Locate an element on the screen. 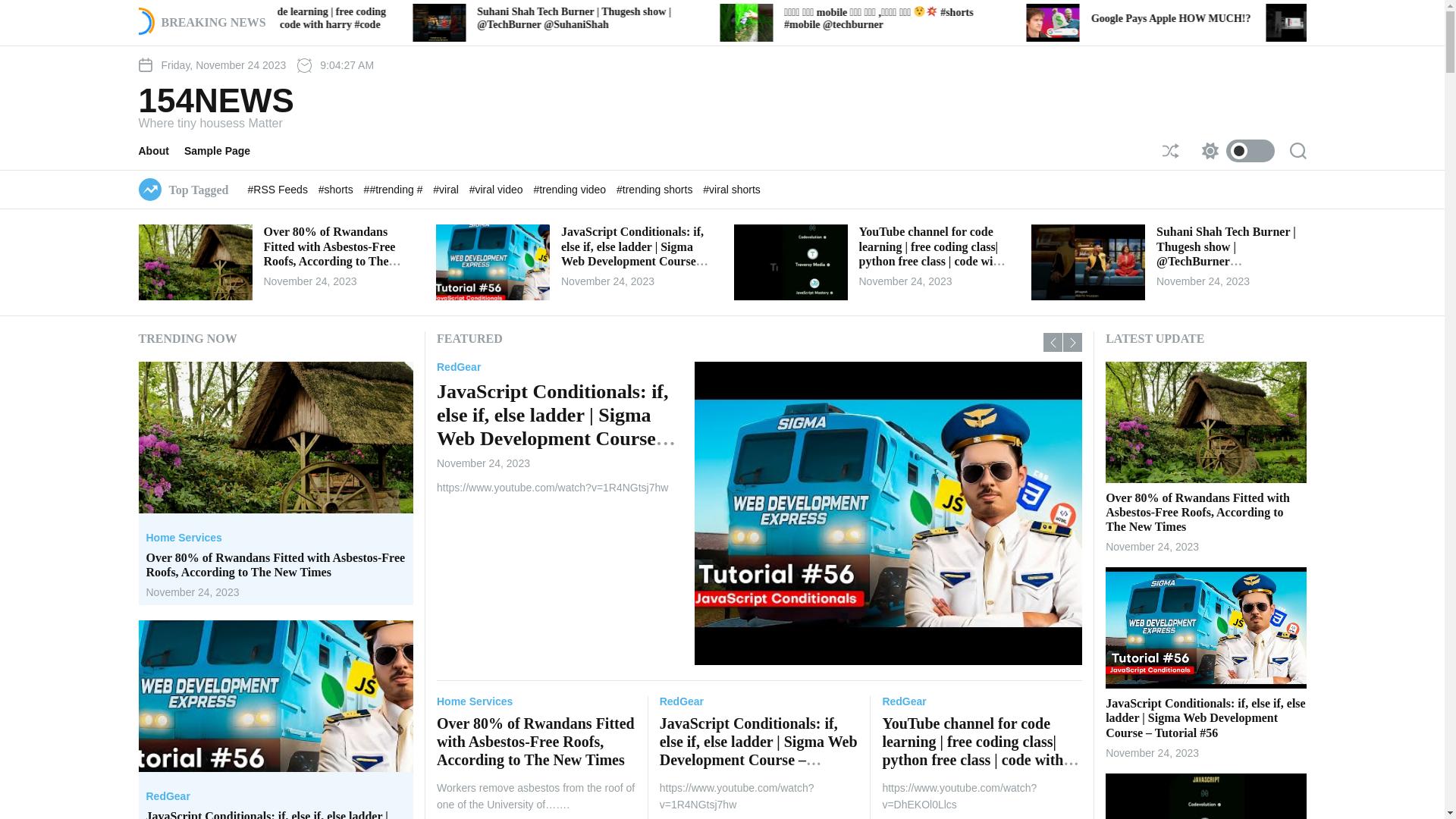 The height and width of the screenshot is (819, 1456). 'Home Services' is located at coordinates (182, 537).